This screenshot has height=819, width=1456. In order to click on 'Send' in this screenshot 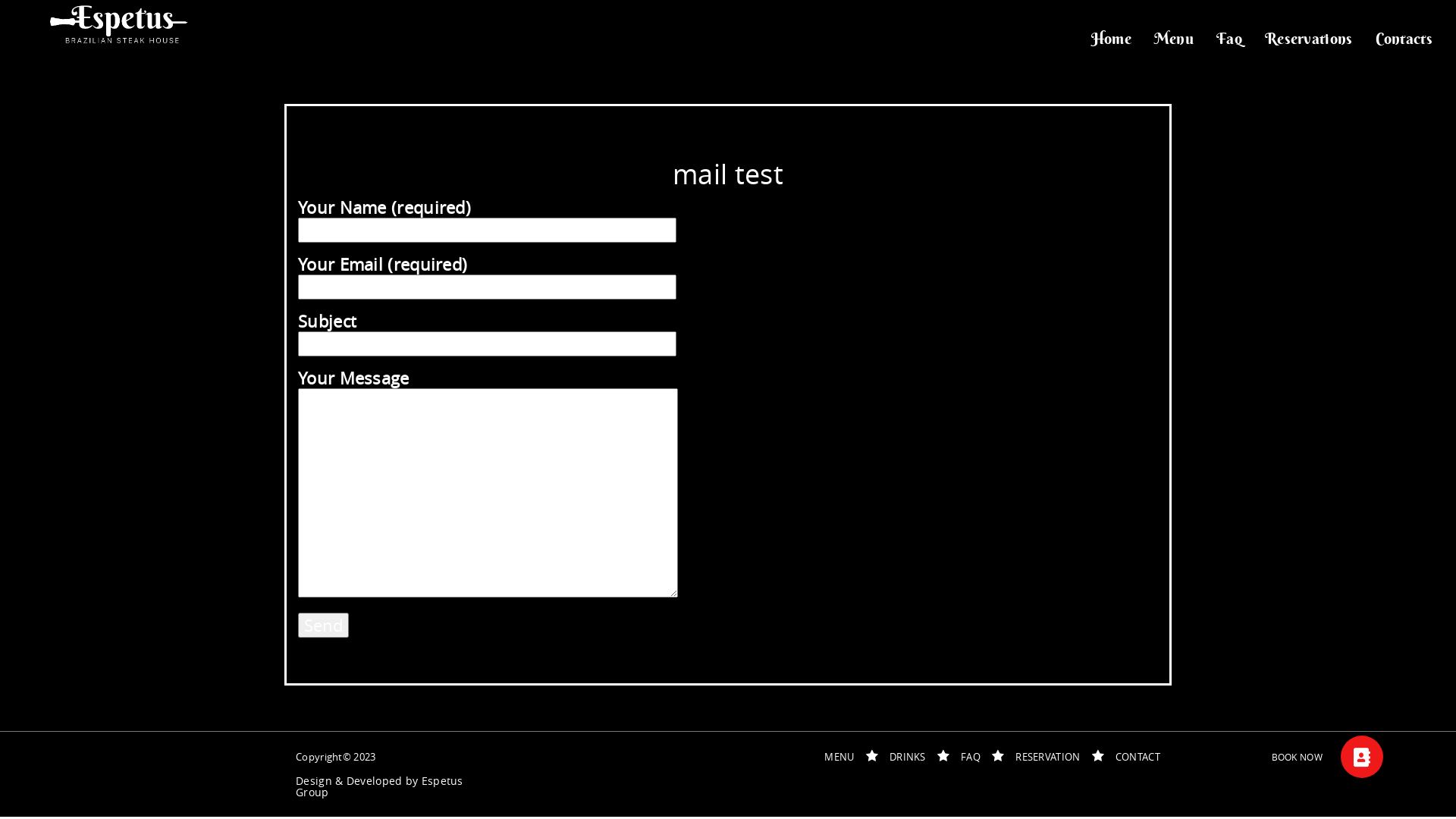, I will do `click(322, 625)`.